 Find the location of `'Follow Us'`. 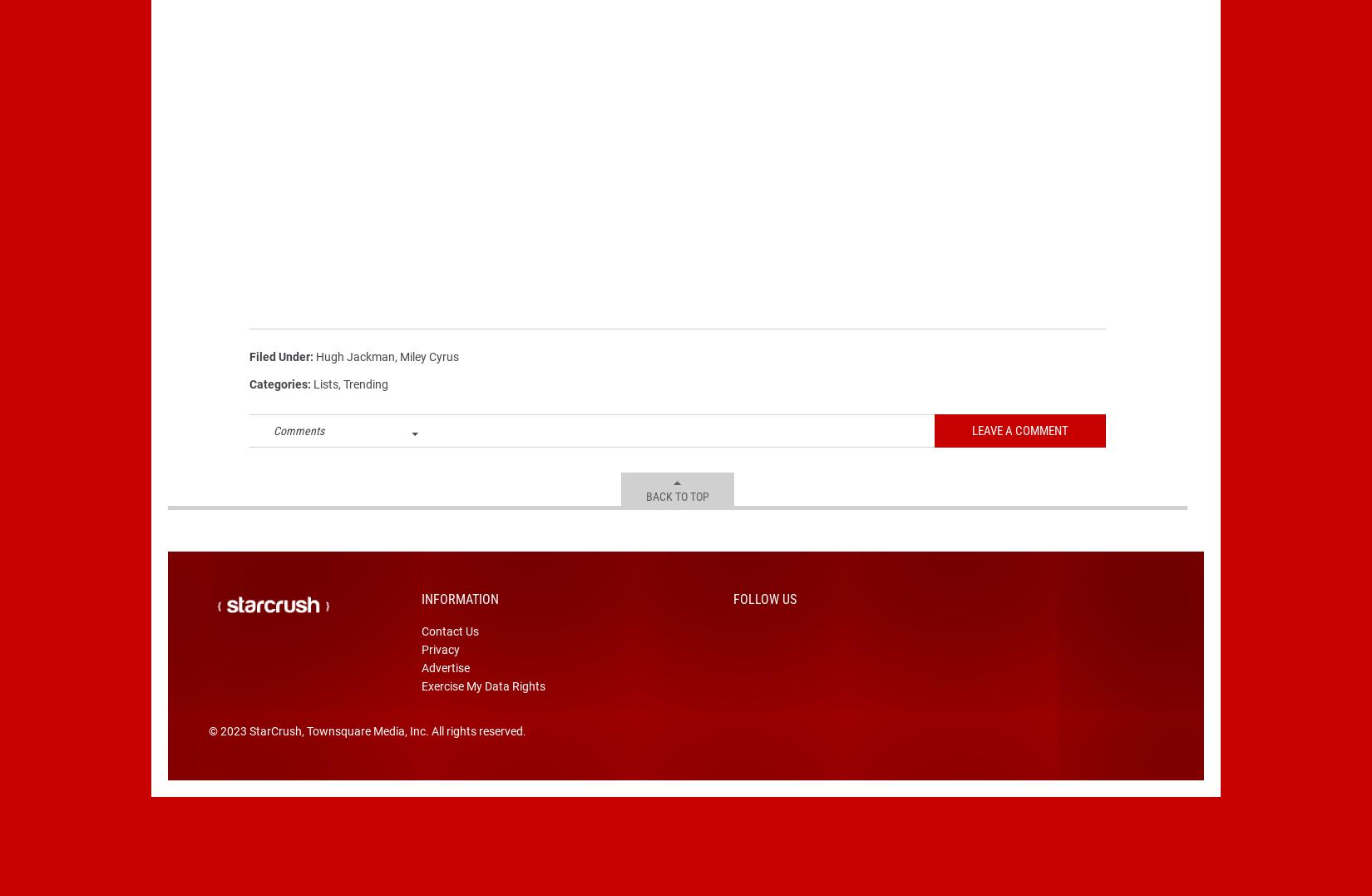

'Follow Us' is located at coordinates (733, 624).